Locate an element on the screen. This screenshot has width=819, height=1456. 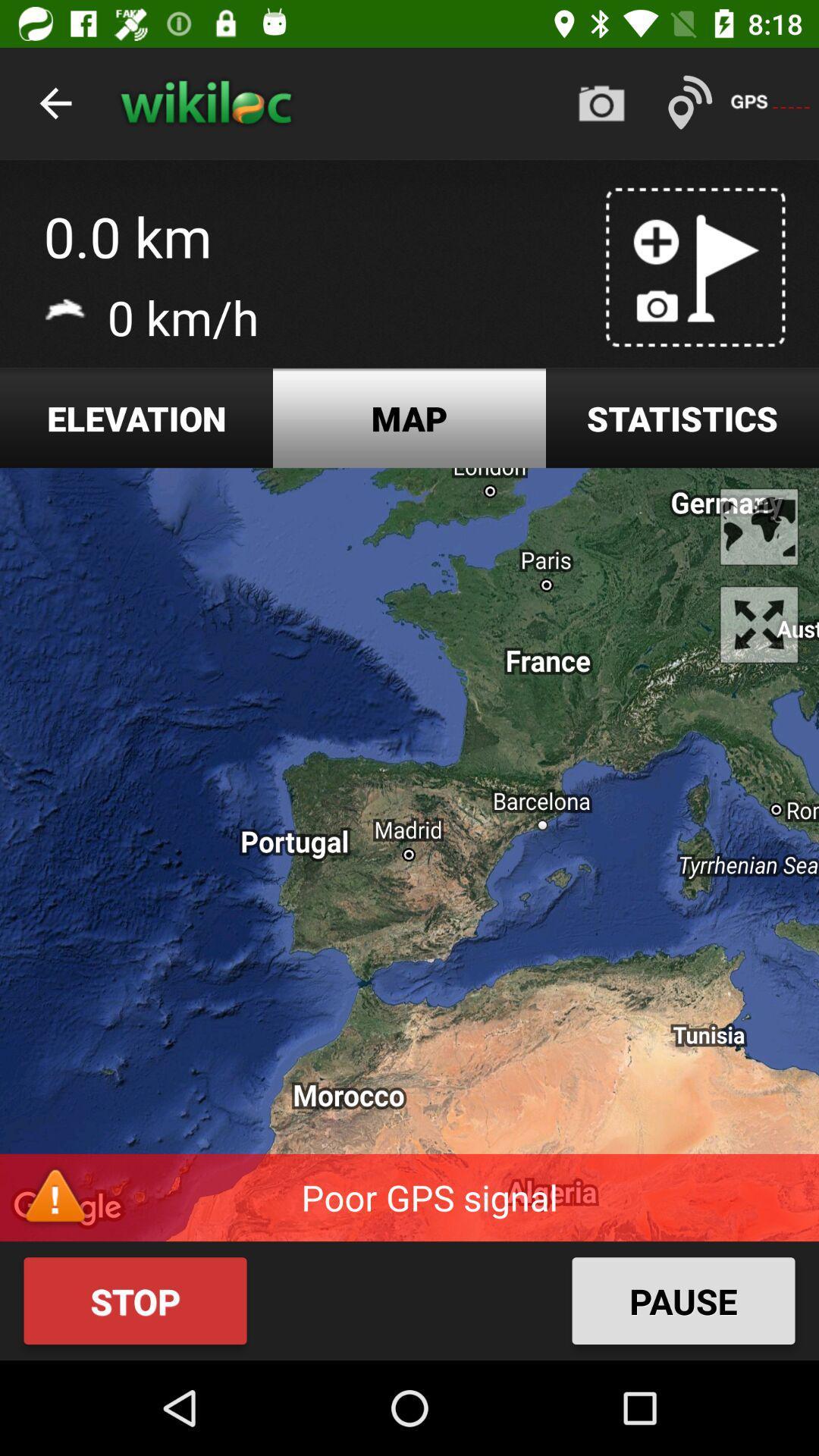
the stop icon is located at coordinates (134, 1300).